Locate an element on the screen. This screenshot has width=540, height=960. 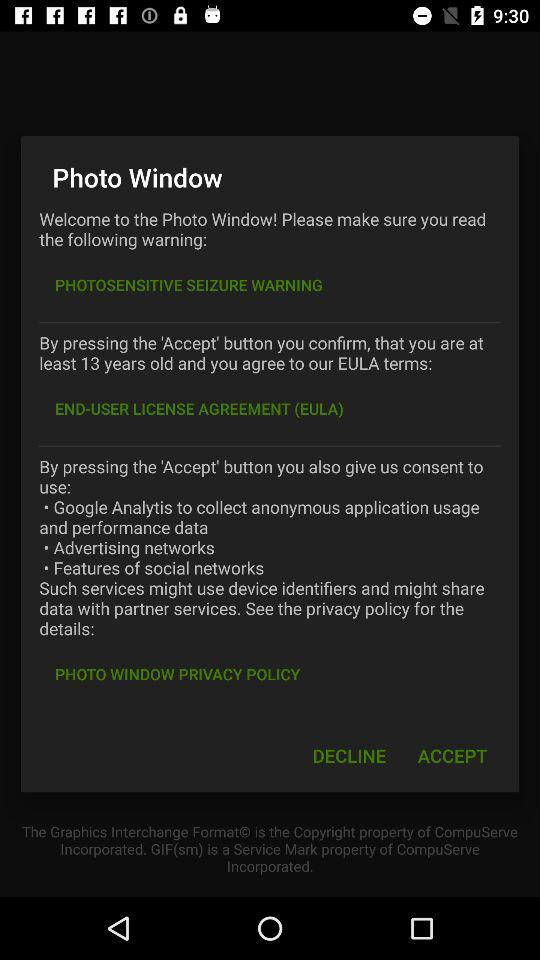
the photosensitive seizure warning item is located at coordinates (189, 284).